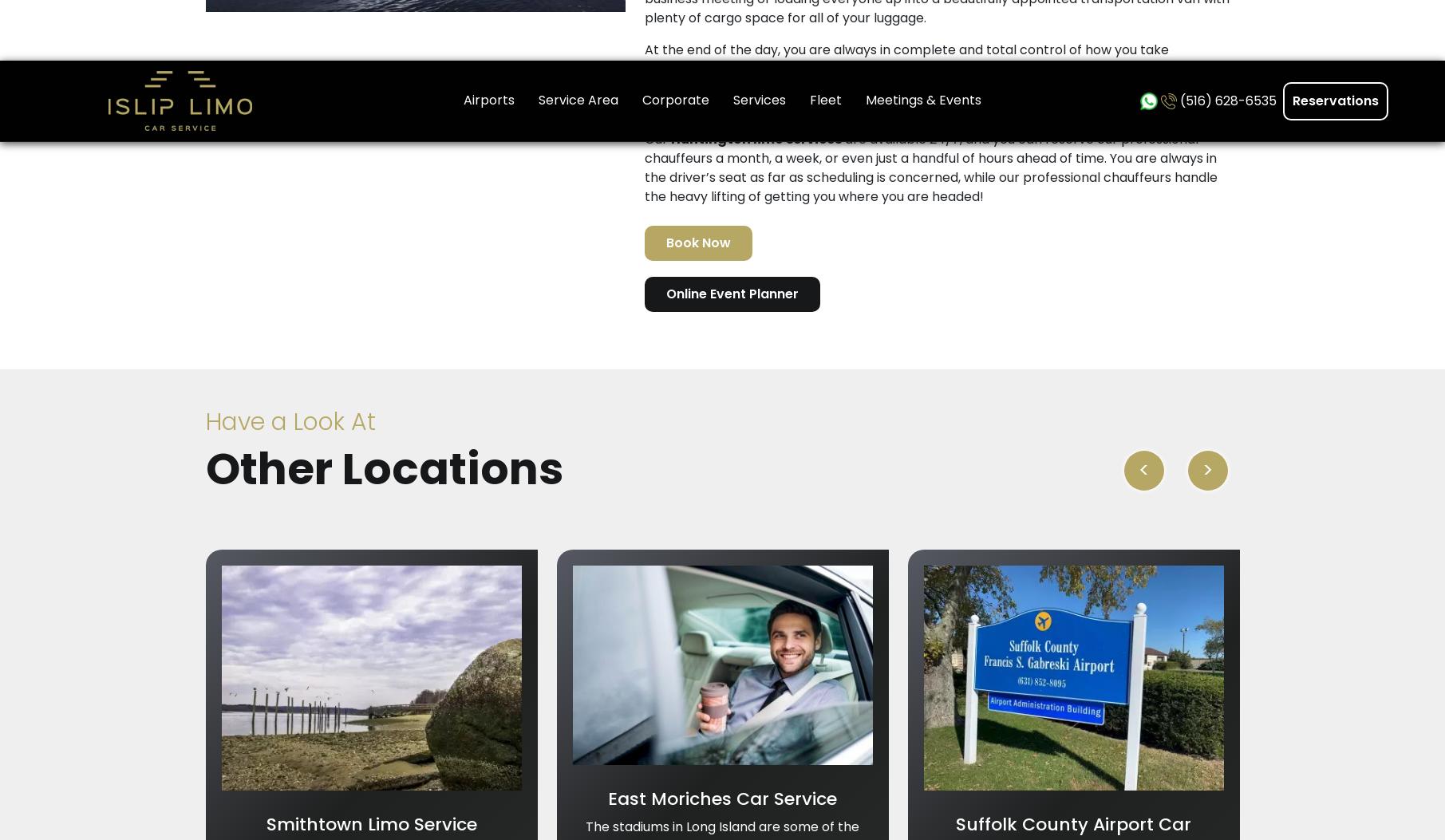  What do you see at coordinates (495, 419) in the screenshot?
I see `'Services'` at bounding box center [495, 419].